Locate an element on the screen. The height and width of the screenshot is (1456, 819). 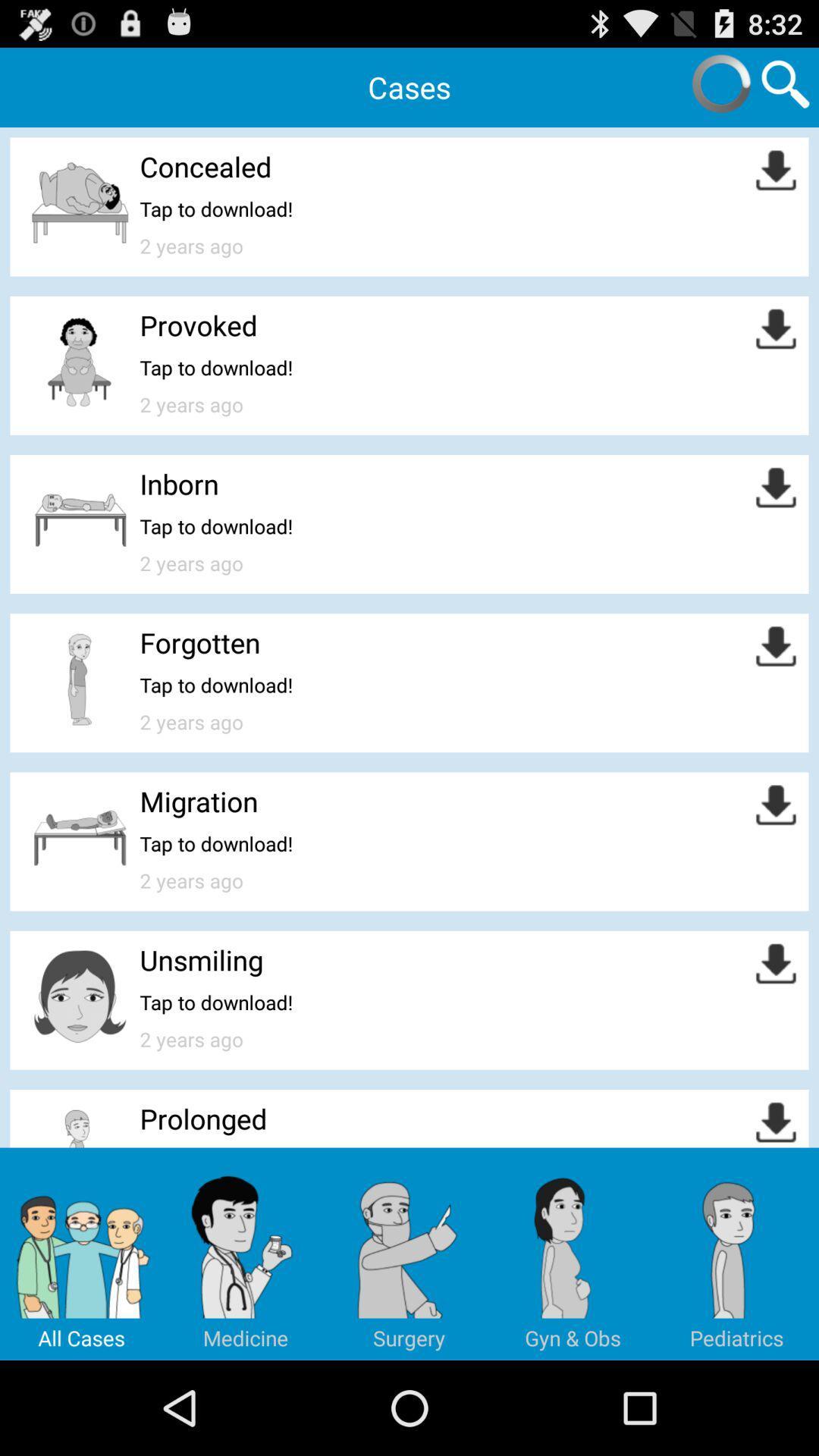
the item above the tap to download! item is located at coordinates (199, 642).